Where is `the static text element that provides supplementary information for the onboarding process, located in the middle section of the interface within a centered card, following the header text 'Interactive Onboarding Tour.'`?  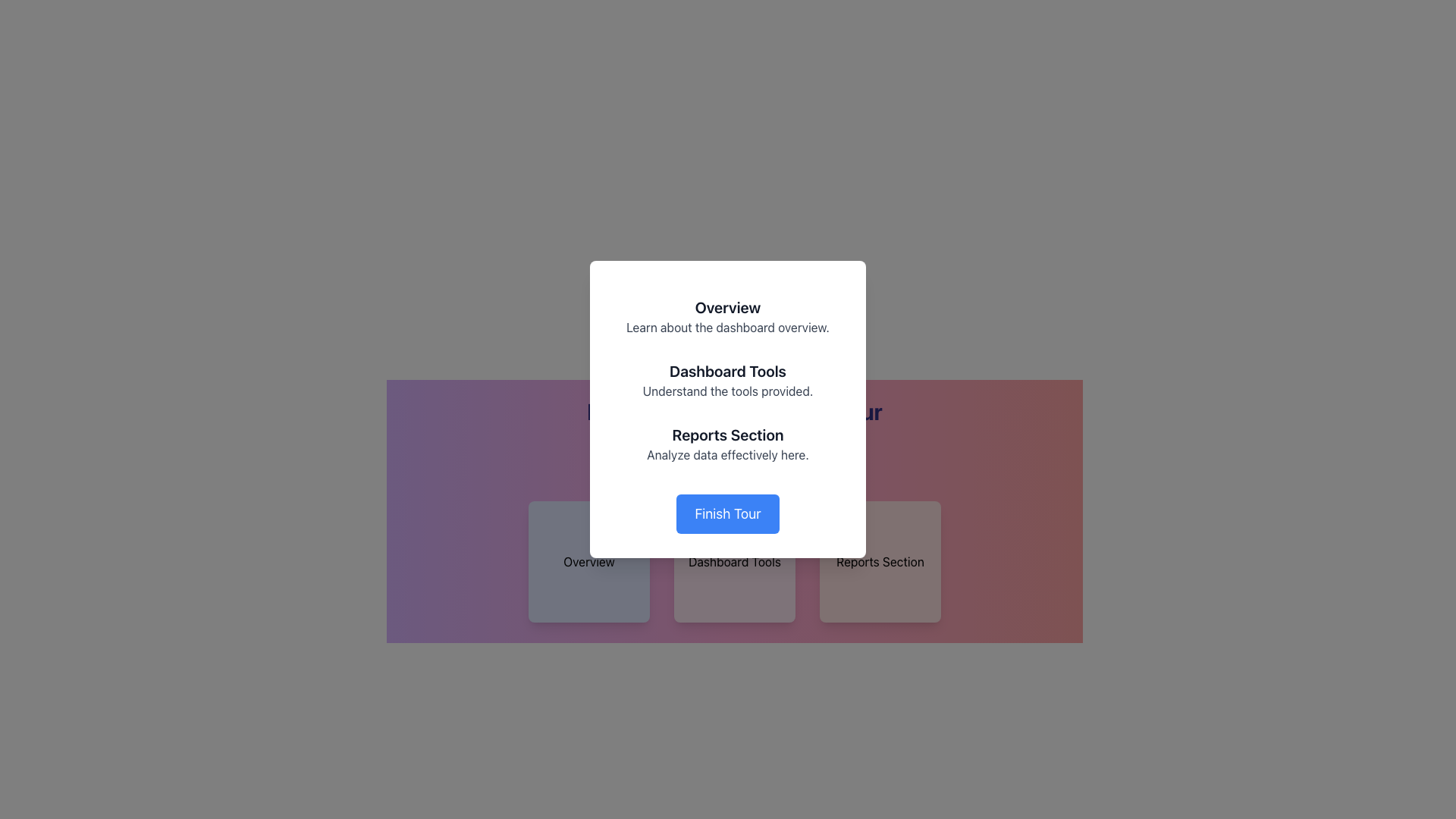
the static text element that provides supplementary information for the onboarding process, located in the middle section of the interface within a centered card, following the header text 'Interactive Onboarding Tour.' is located at coordinates (735, 435).